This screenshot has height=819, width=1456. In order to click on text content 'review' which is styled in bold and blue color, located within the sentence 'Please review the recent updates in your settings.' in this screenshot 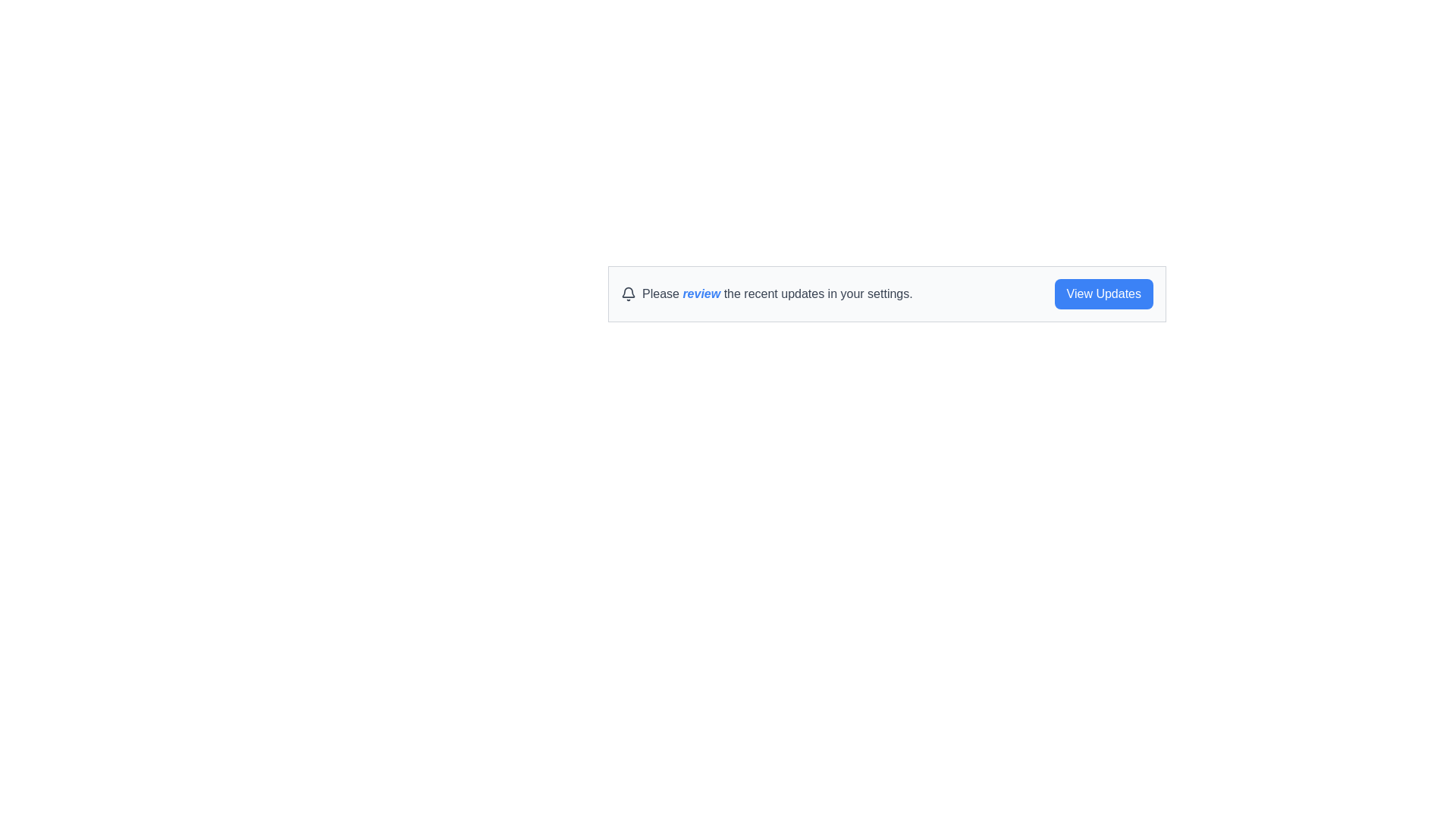, I will do `click(701, 293)`.